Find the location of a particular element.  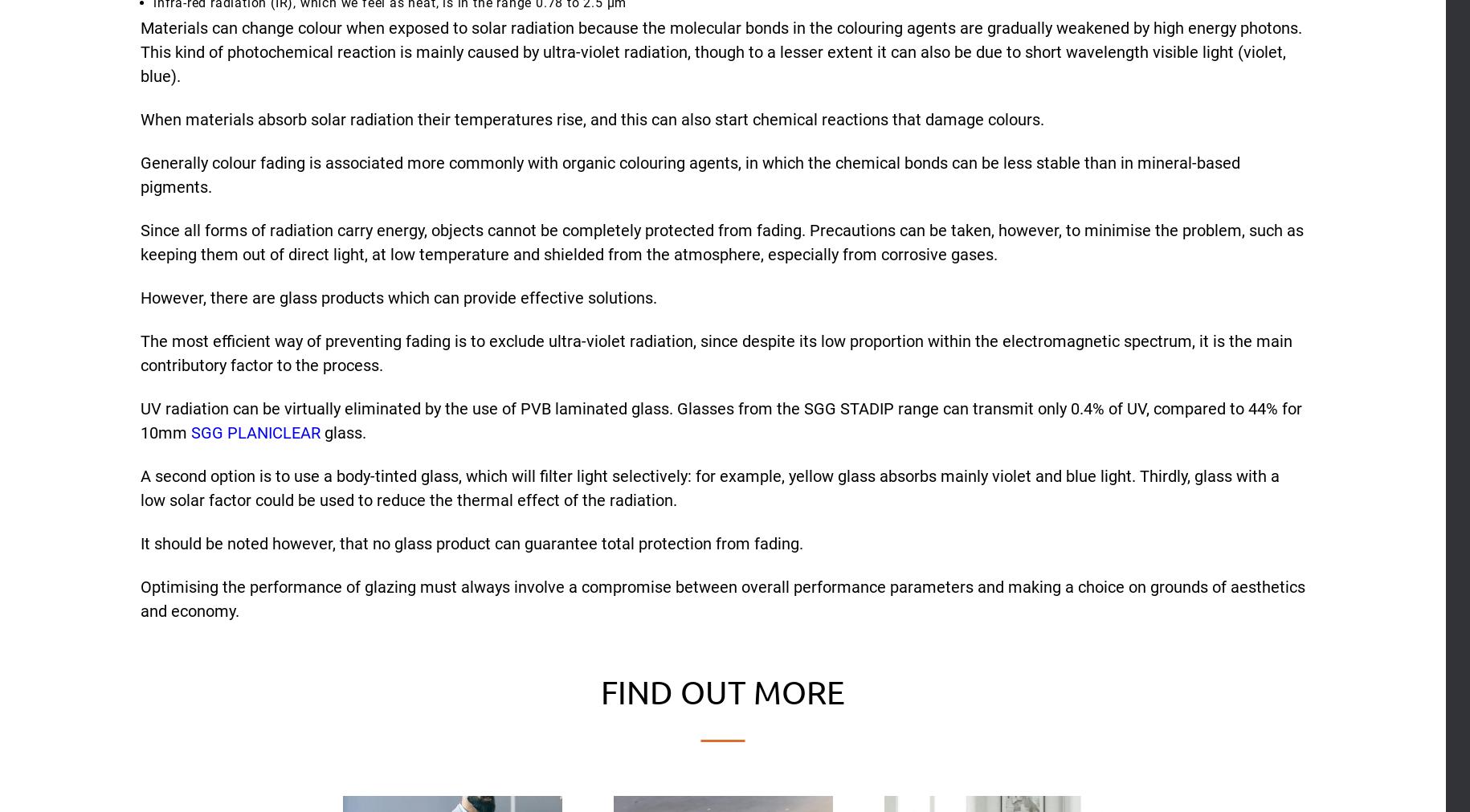

'Materials can change colour when exposed to solar radiation because the molecular bonds in the colouring agents are gradually weakened by high energy photons. This kind of photochemical reaction is mainly caused by ultra-violet radiation, though to a lesser extent it can also be due to short wavelength visible light (violet, blue).' is located at coordinates (721, 50).